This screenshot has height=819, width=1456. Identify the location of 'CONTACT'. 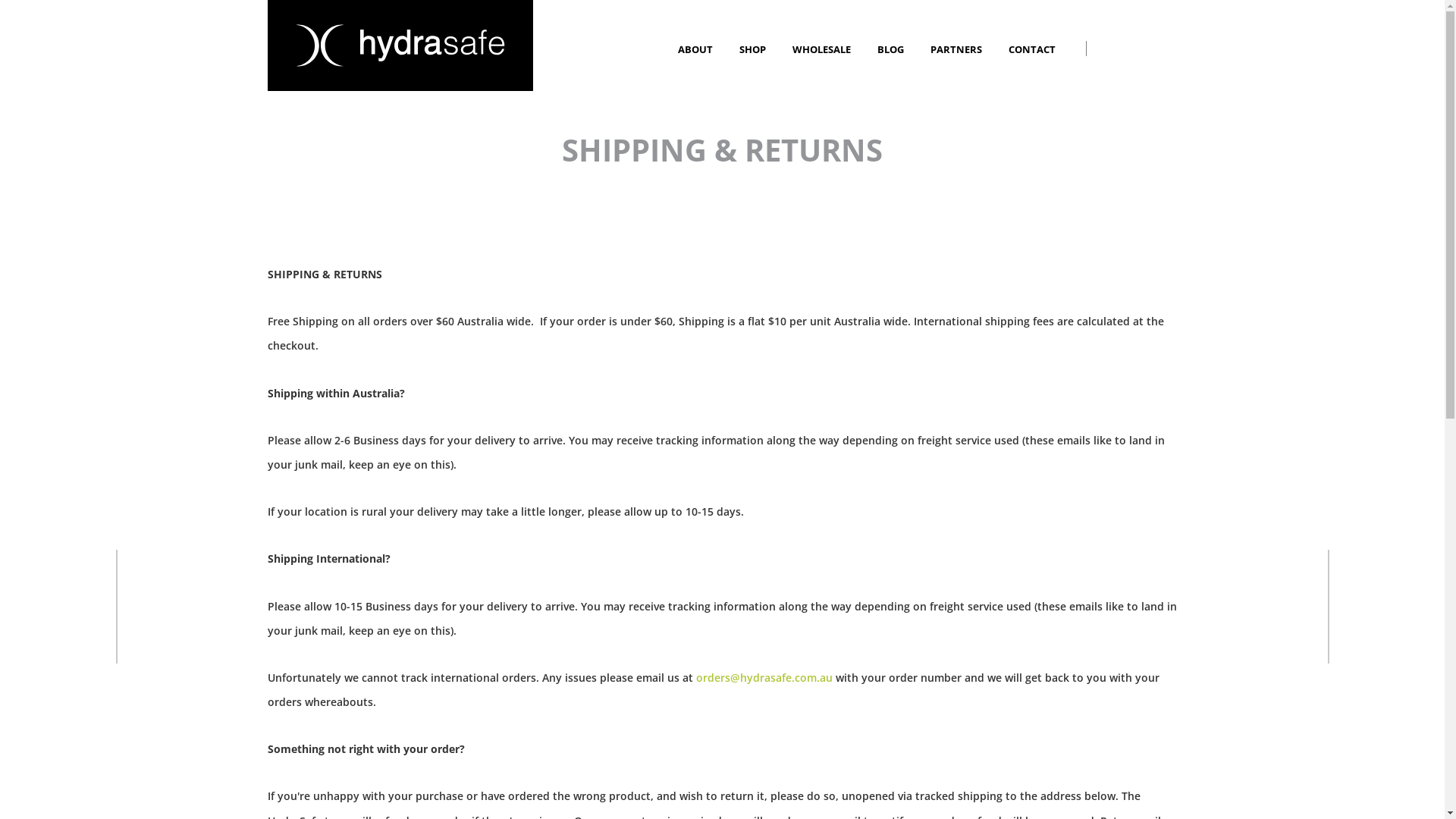
(1033, 49).